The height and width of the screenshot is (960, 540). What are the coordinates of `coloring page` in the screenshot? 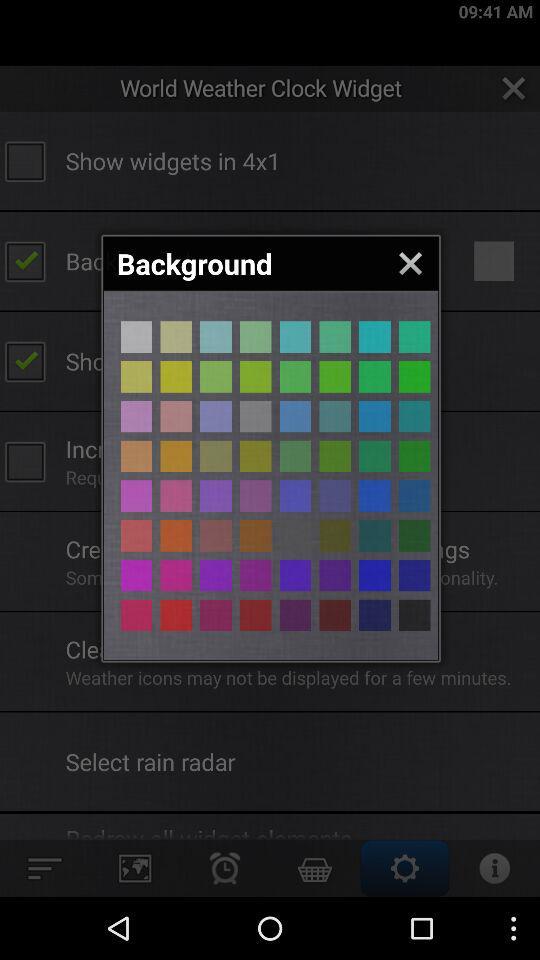 It's located at (335, 614).